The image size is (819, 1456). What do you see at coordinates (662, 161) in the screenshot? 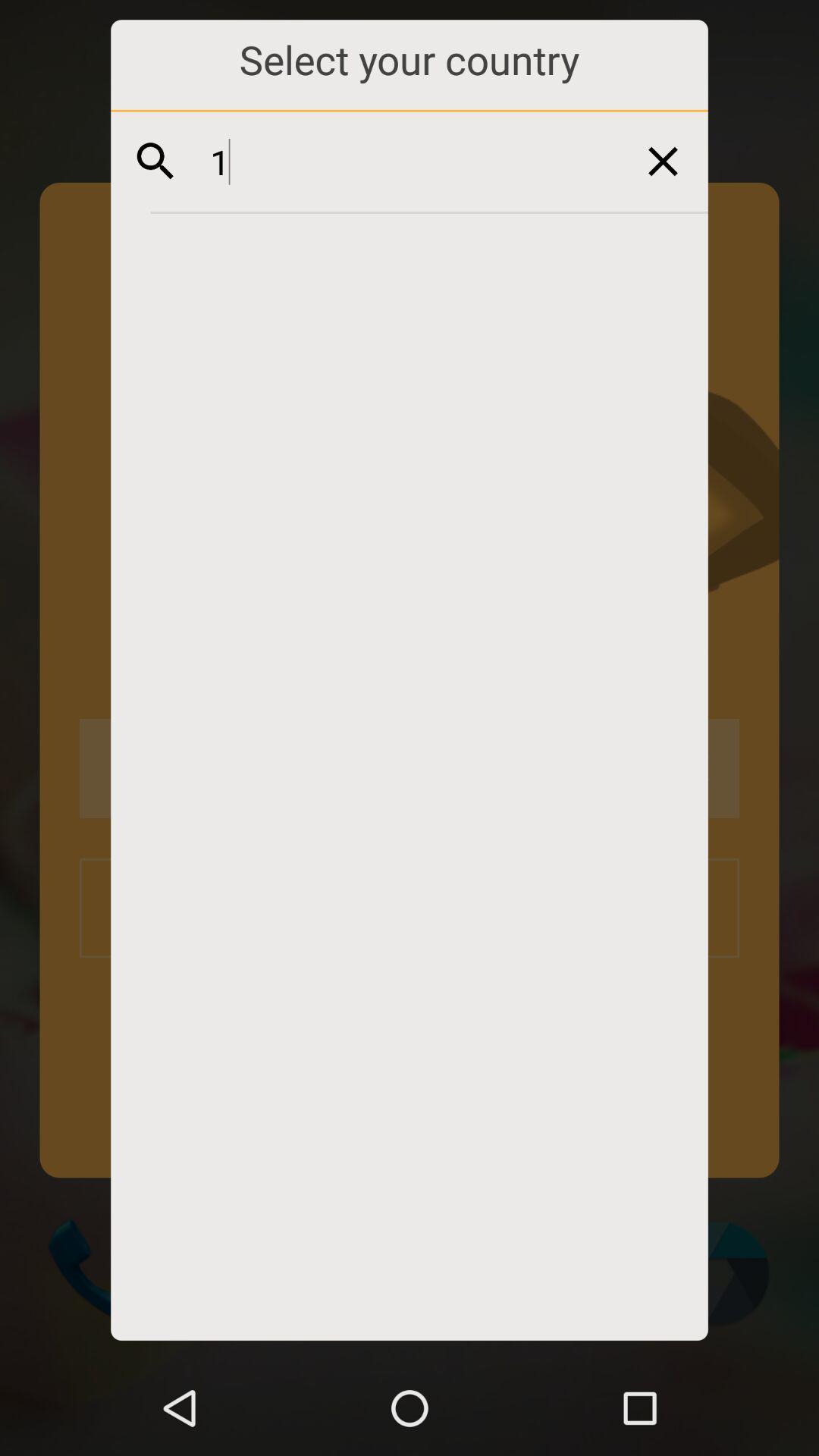
I see `exit this page` at bounding box center [662, 161].